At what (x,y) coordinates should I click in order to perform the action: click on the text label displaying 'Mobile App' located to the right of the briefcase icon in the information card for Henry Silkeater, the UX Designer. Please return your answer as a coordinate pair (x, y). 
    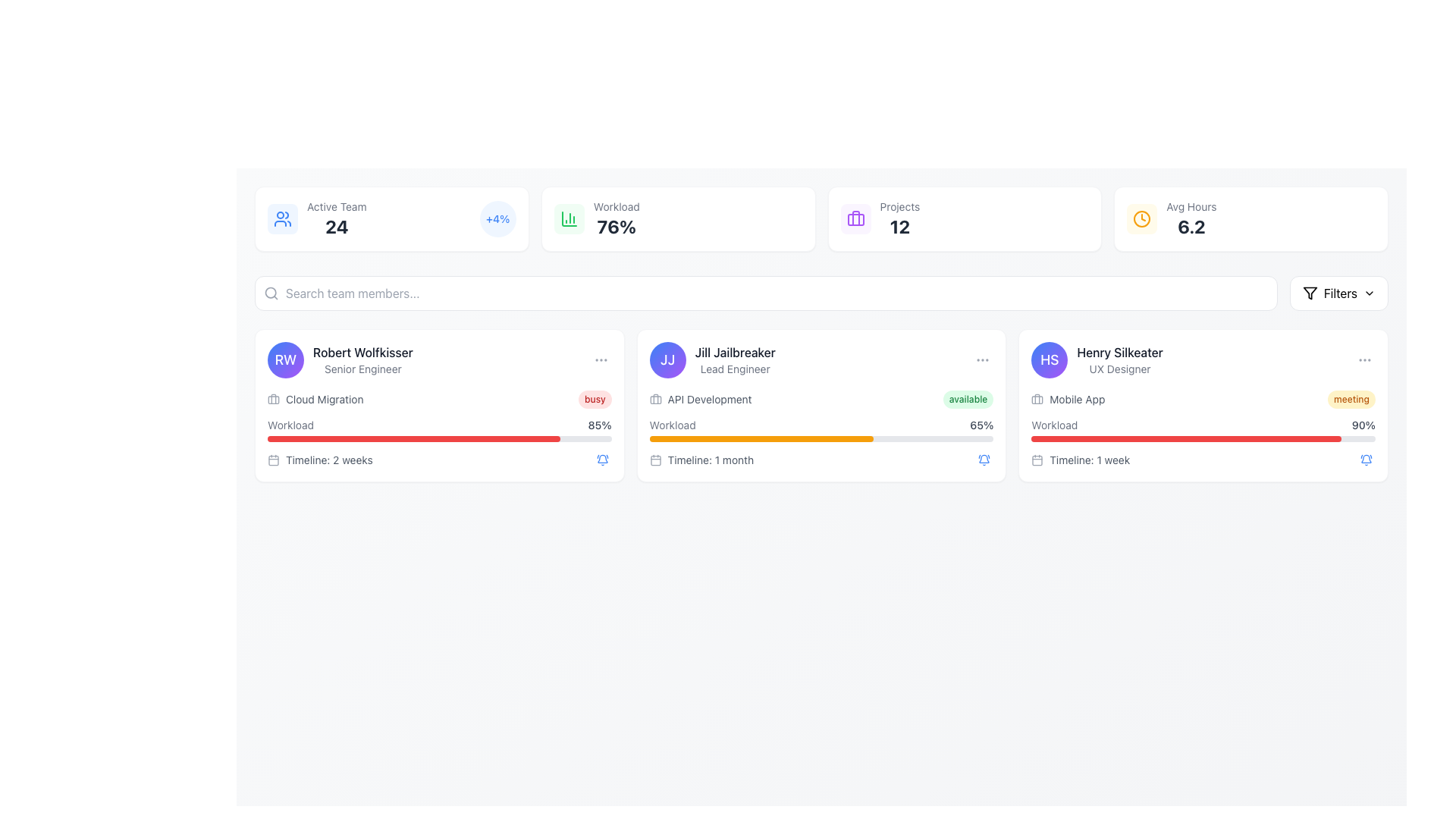
    Looking at the image, I should click on (1076, 399).